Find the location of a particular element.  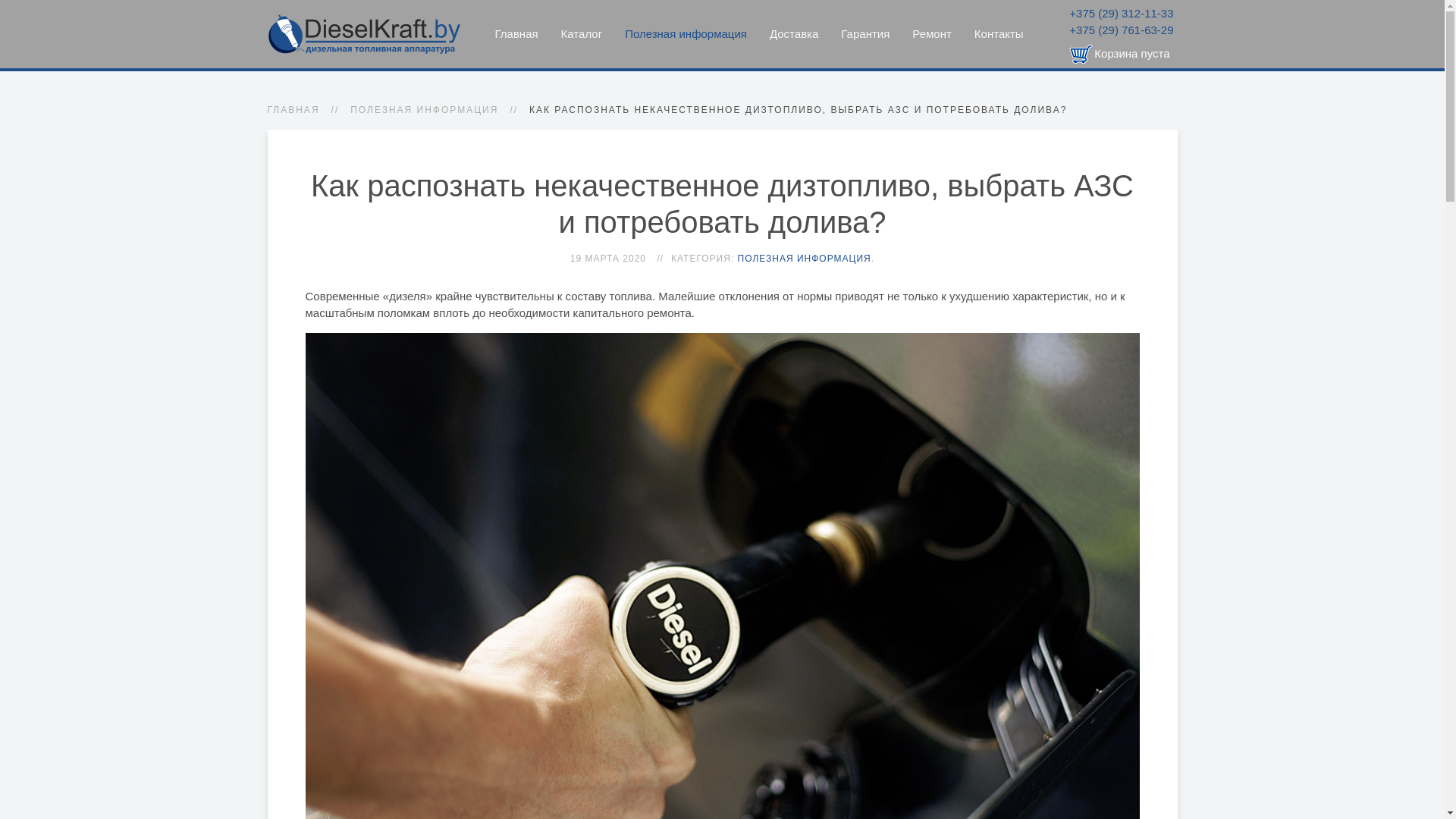

'+375 (29) 312-11-33' is located at coordinates (1068, 13).